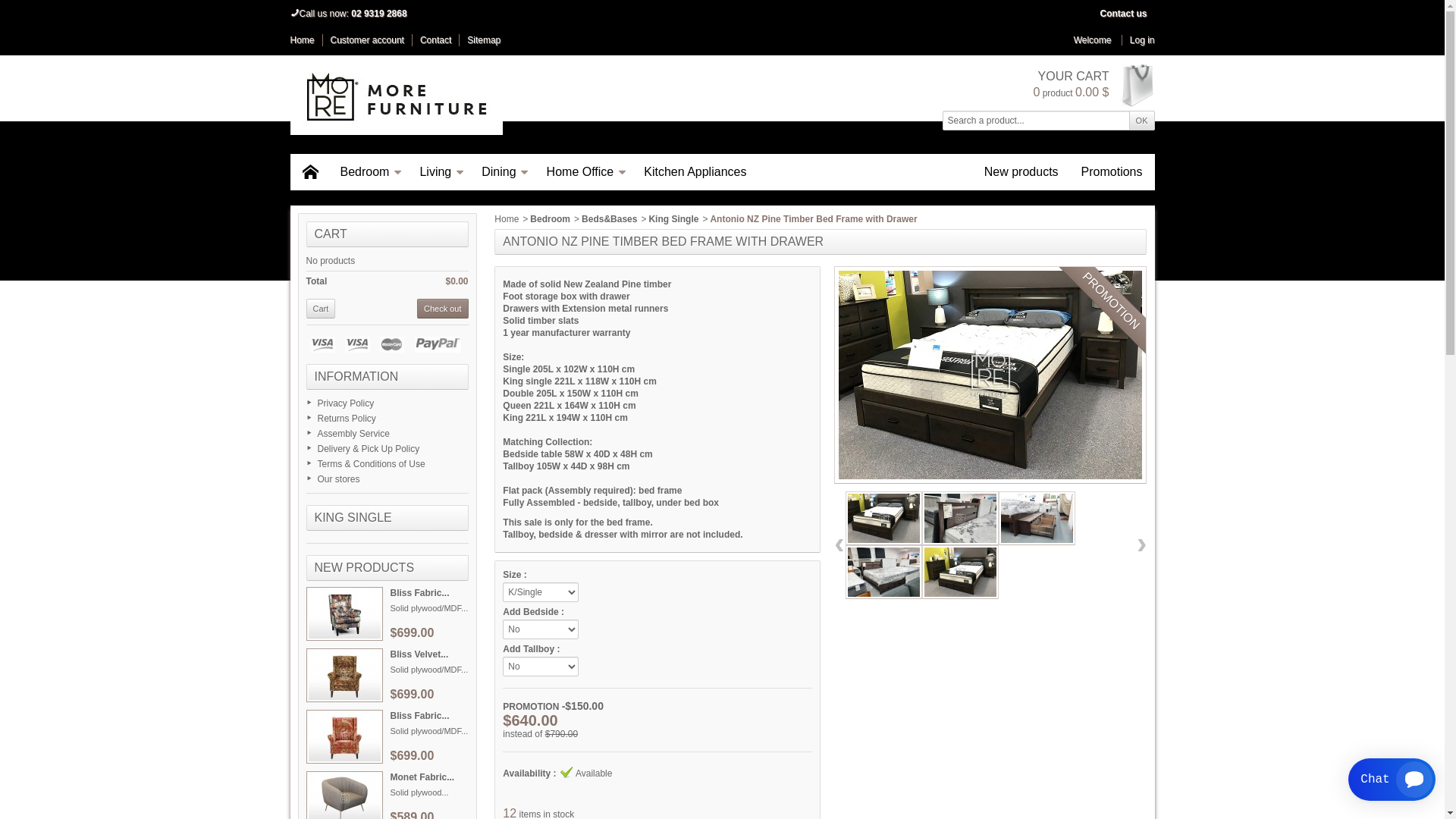 This screenshot has height=819, width=1456. I want to click on 'Bliss Velvet...', so click(419, 654).